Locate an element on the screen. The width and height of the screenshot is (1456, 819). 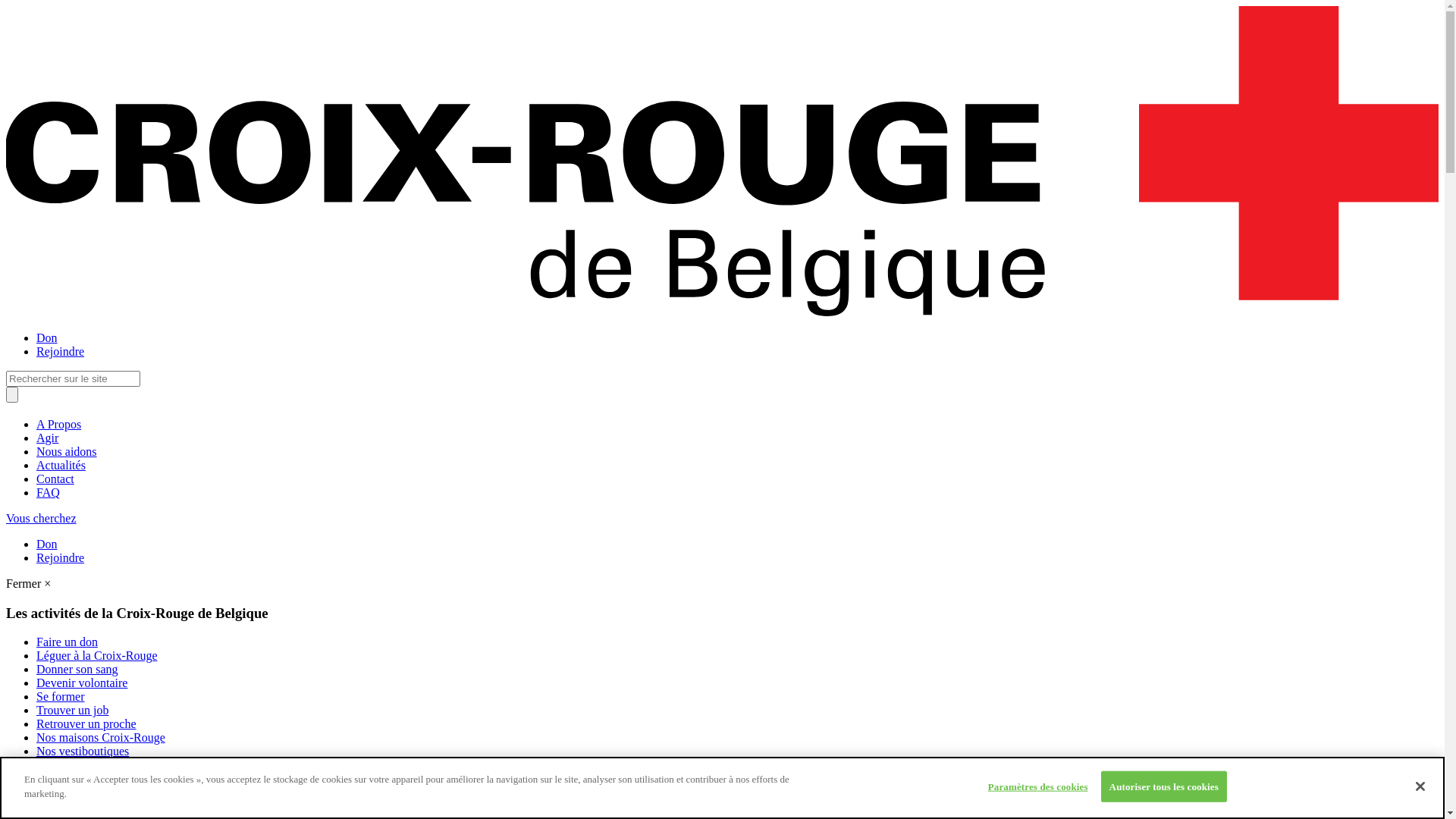
'Donner son sang' is located at coordinates (76, 668).